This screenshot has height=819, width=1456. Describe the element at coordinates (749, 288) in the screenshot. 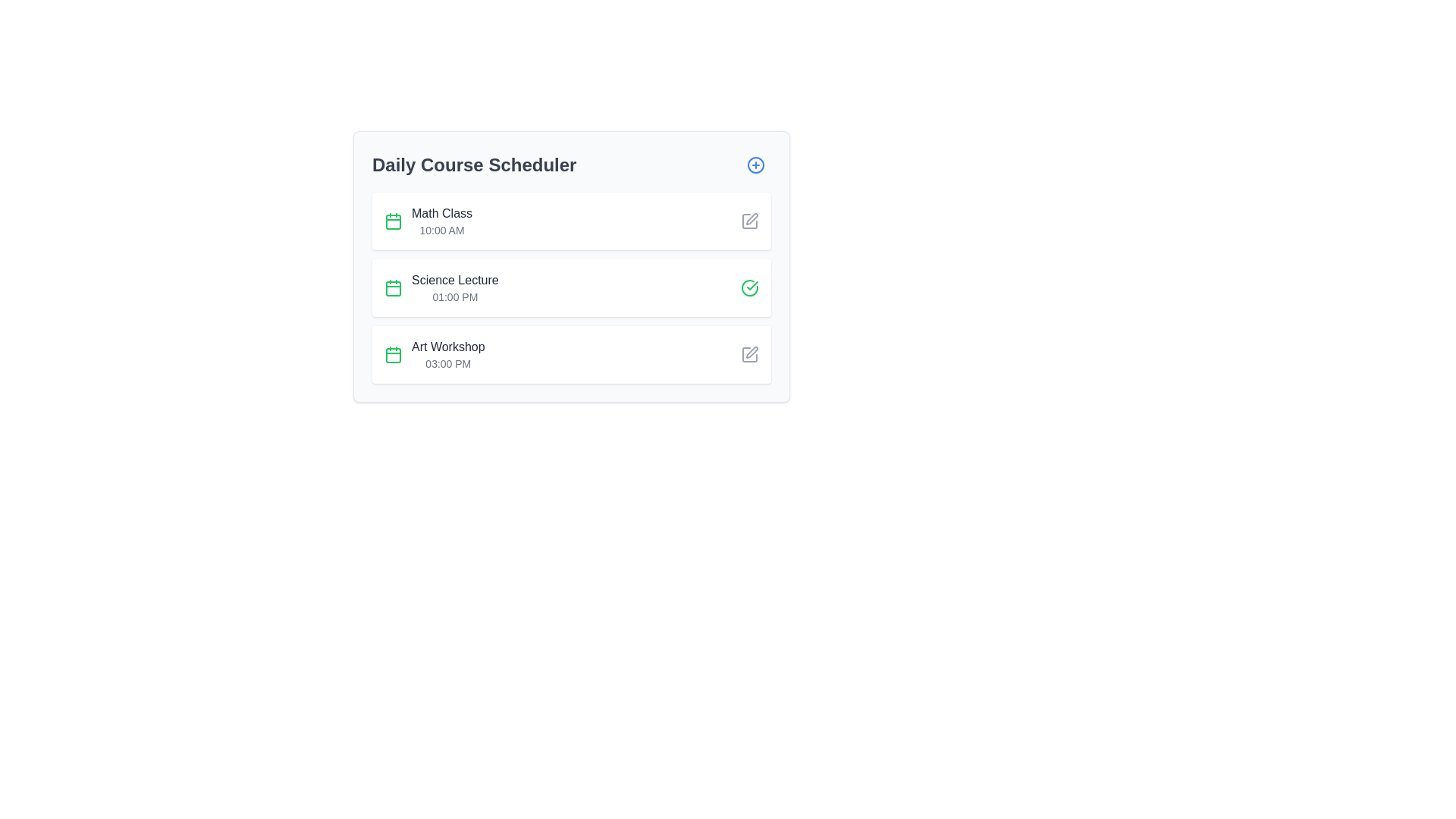

I see `the circular green icon with a checkmark symbol indicating status or completion, located at the top right corner of the 'Science Lecture' item in the list` at that location.